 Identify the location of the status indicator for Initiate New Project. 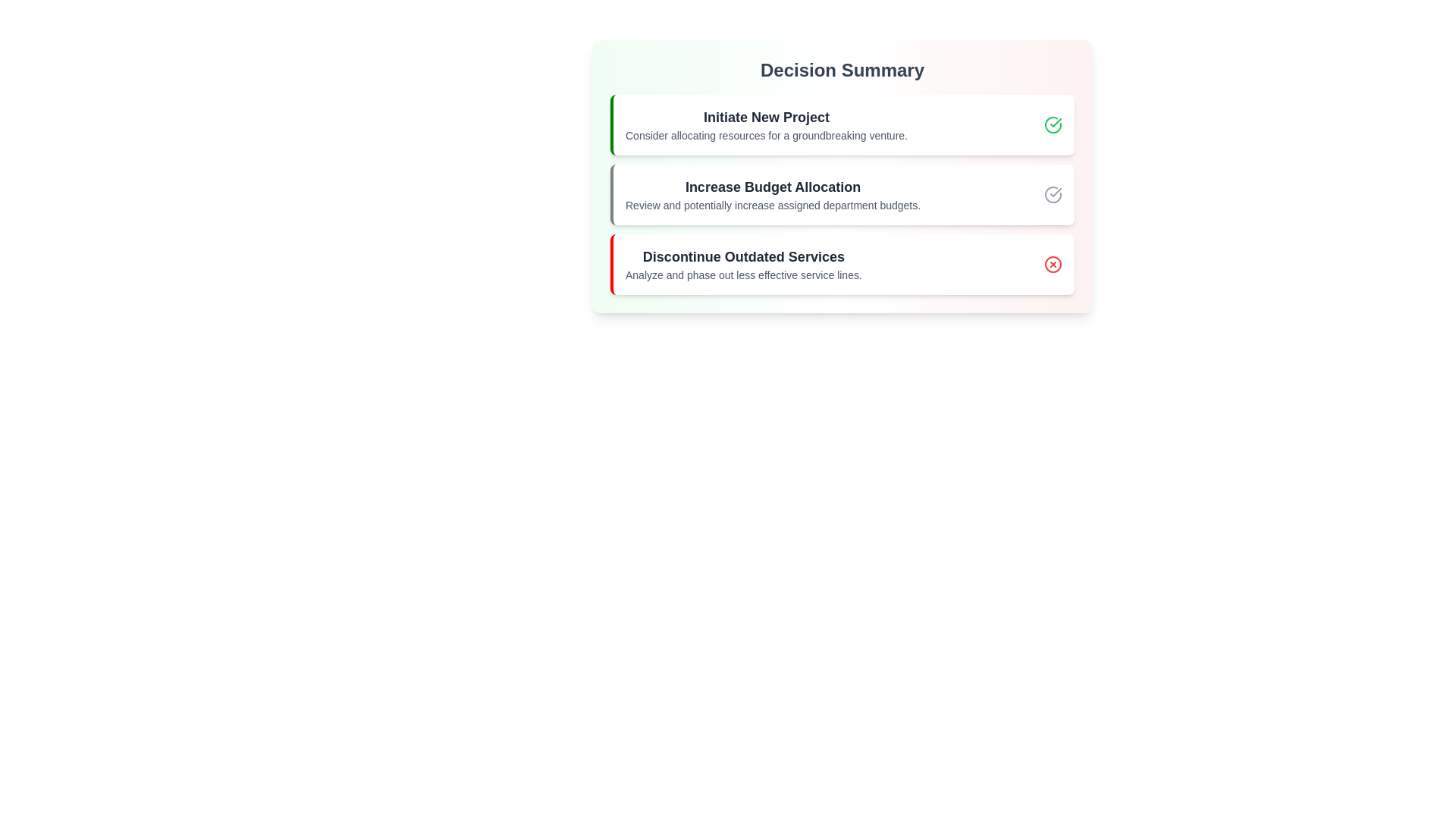
(1052, 124).